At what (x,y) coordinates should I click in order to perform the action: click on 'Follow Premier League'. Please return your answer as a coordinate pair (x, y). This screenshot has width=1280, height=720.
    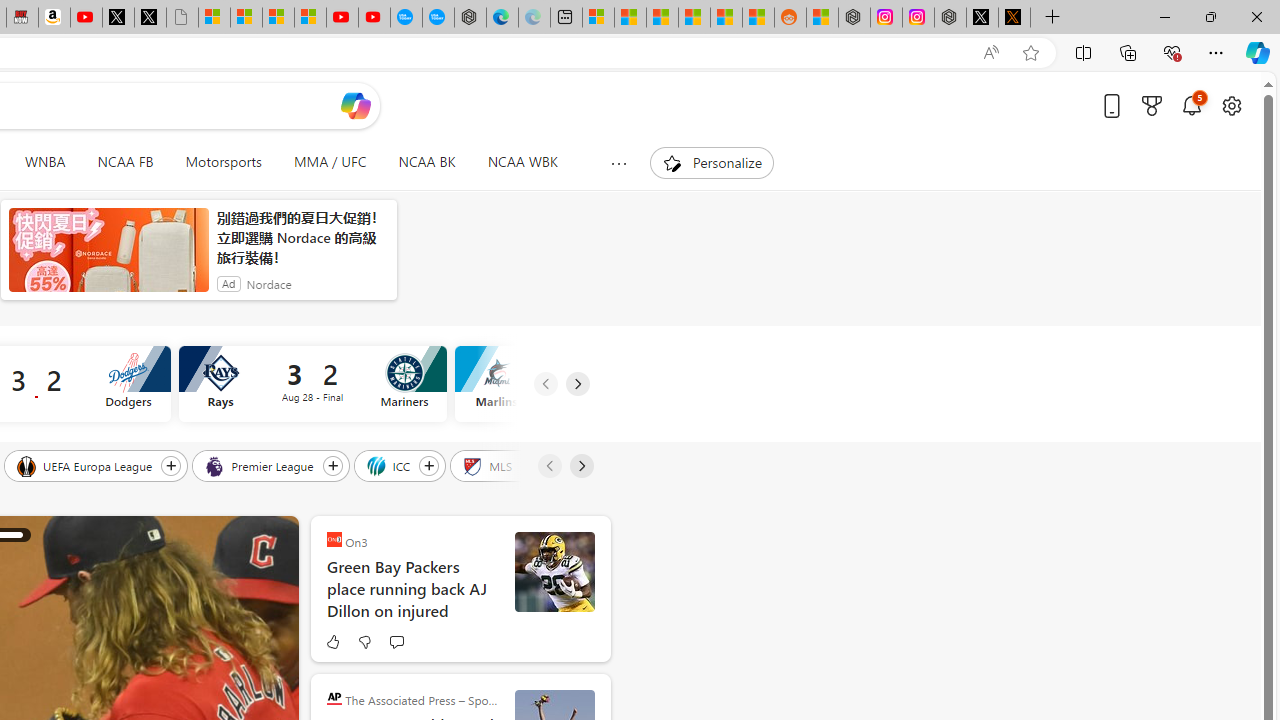
    Looking at the image, I should click on (332, 465).